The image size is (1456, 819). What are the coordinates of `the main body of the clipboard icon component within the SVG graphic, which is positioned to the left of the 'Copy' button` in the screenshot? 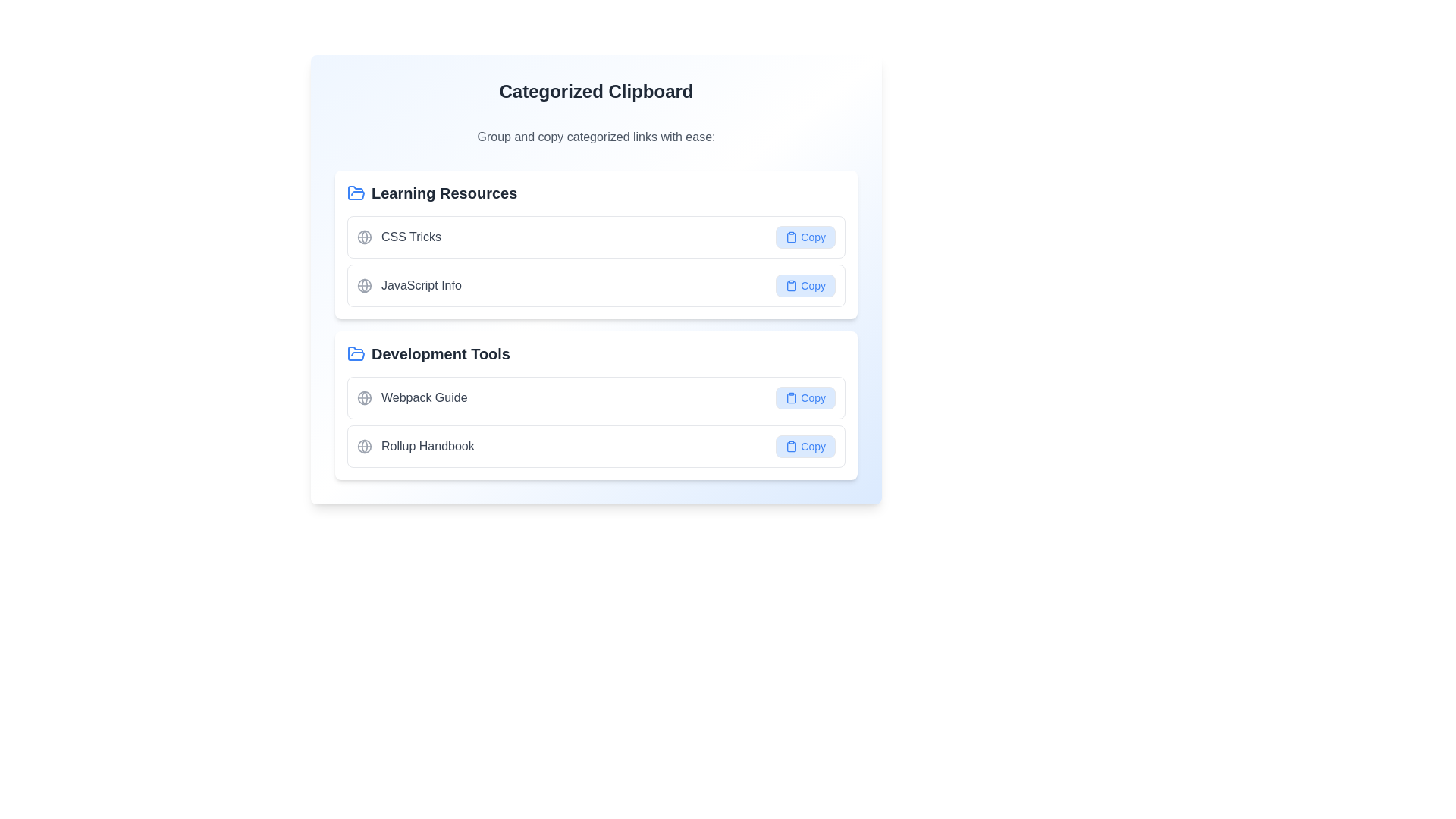 It's located at (791, 237).